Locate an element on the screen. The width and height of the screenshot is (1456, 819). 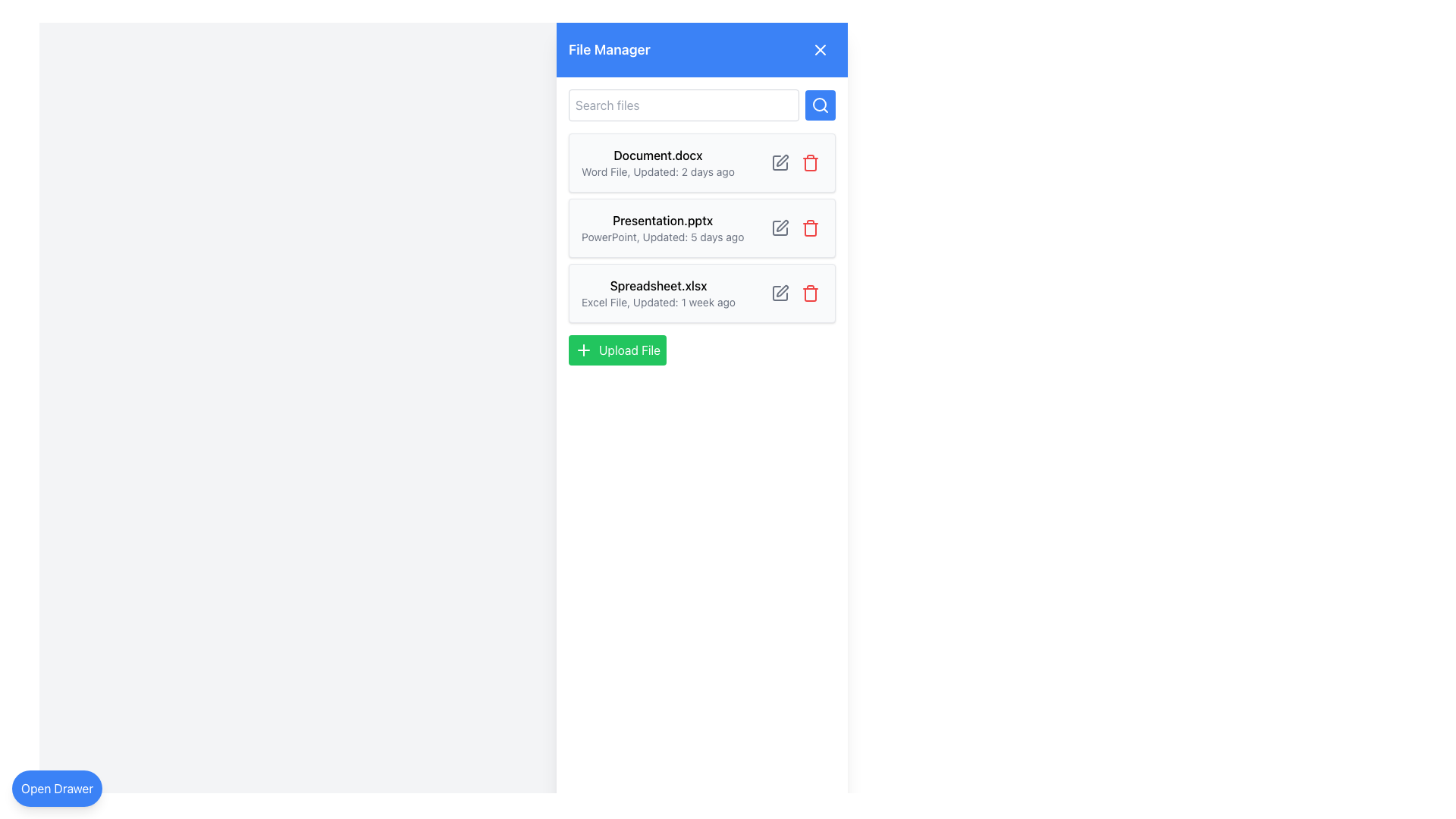
the text label displaying metadata about the associated file, which is located below 'Presentation.pptx' in the right-hand panel under 'File Manager' is located at coordinates (663, 237).